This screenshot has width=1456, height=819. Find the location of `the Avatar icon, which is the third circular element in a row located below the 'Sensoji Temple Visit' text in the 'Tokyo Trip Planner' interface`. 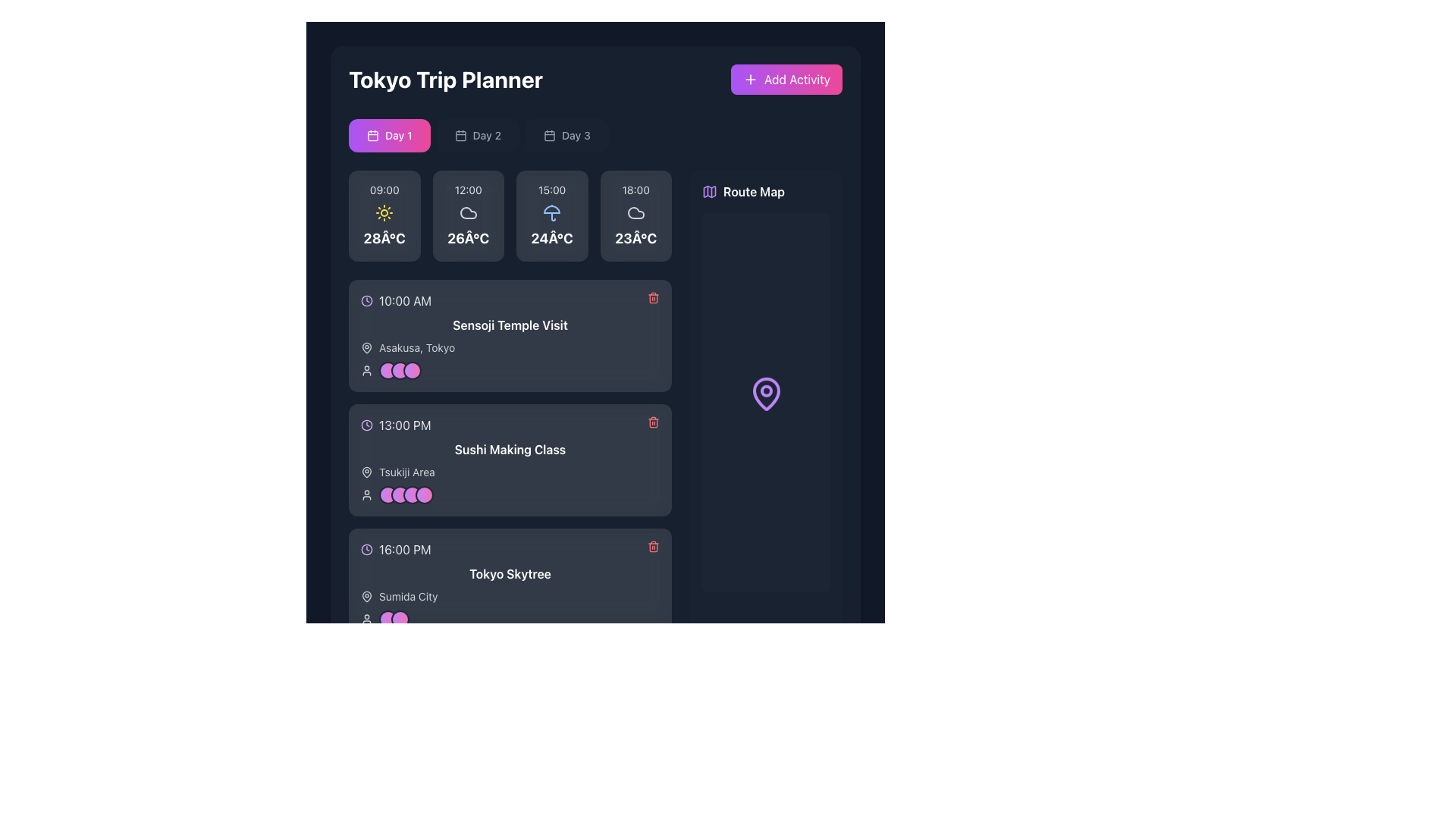

the Avatar icon, which is the third circular element in a row located below the 'Sensoji Temple Visit' text in the 'Tokyo Trip Planner' interface is located at coordinates (412, 371).